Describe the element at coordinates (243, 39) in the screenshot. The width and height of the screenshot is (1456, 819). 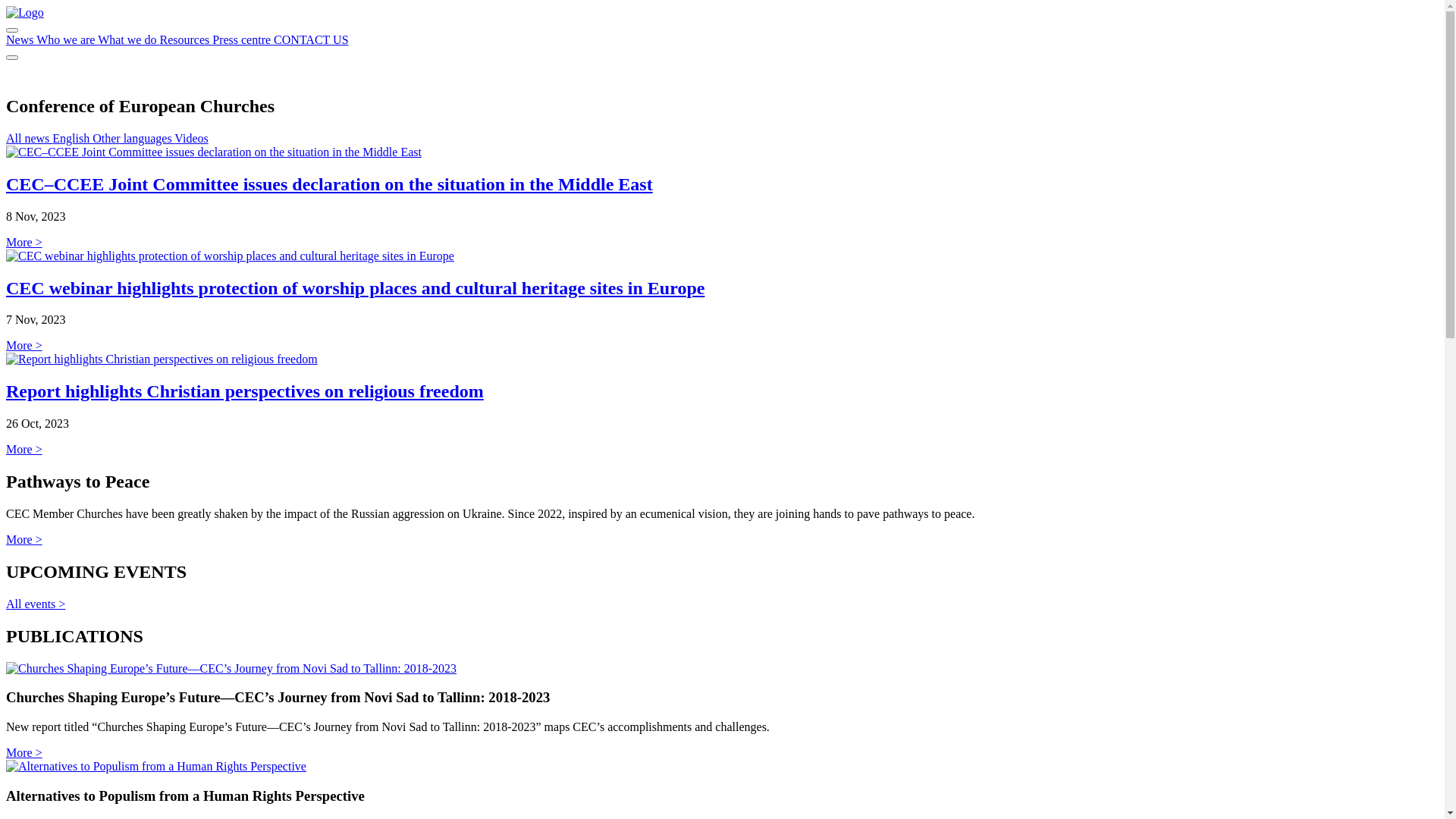
I see `'Press centre'` at that location.